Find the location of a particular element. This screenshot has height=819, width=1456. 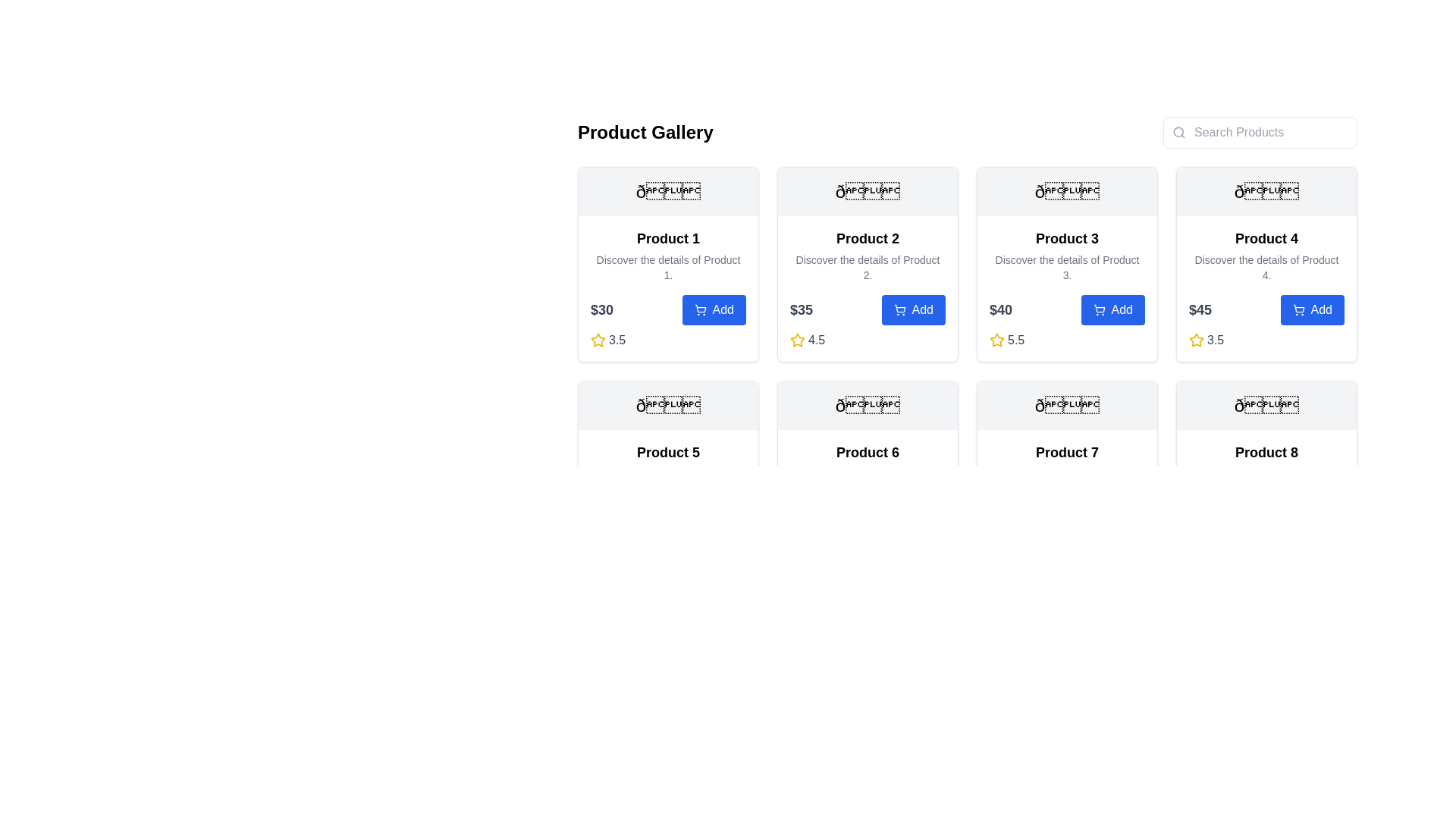

the rating indication by focusing on the first star icon in the rating system located below the '$30' price label for 'Product 1' is located at coordinates (597, 339).